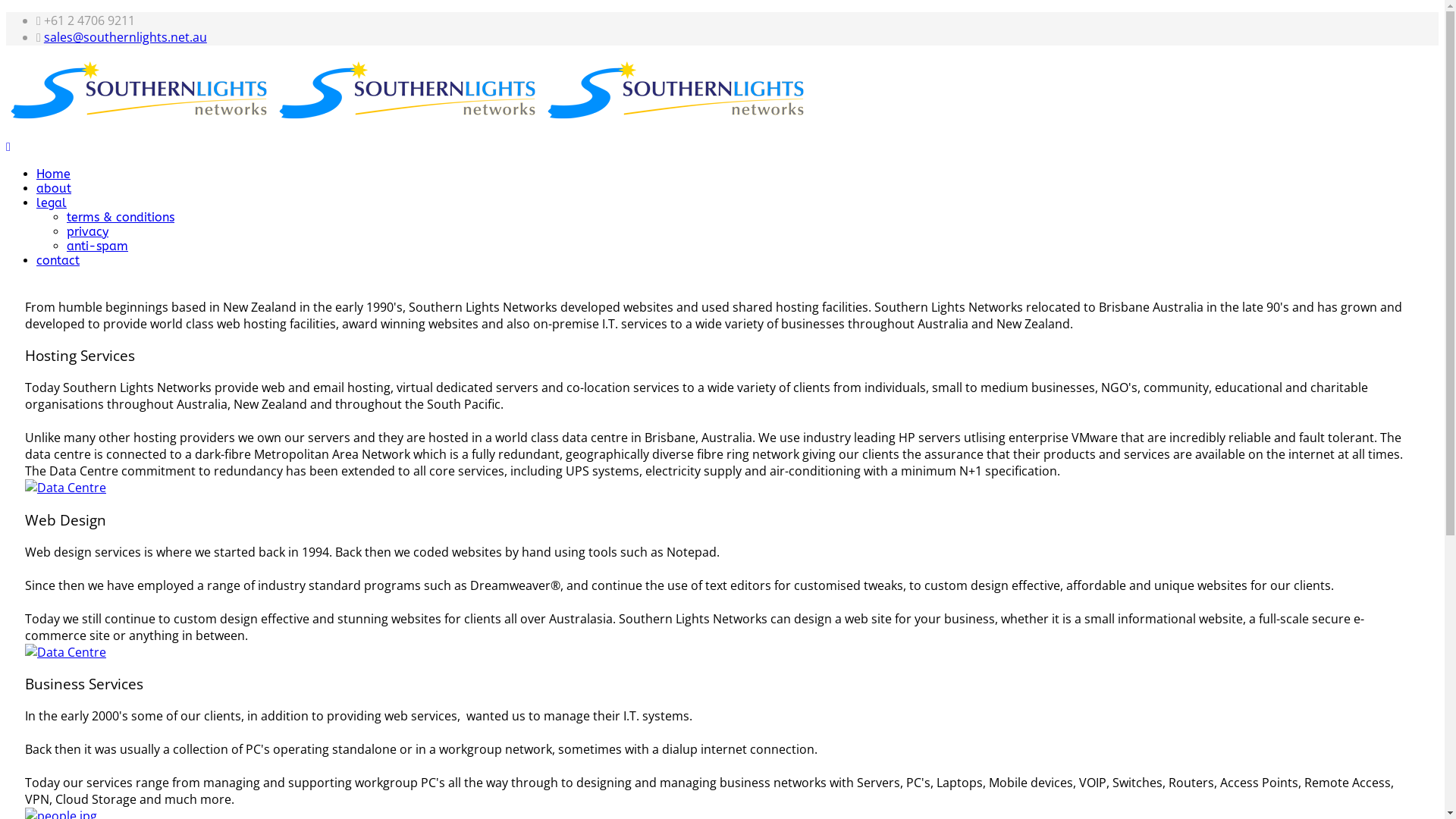  What do you see at coordinates (125, 36) in the screenshot?
I see `'sales@southernlights.net.au'` at bounding box center [125, 36].